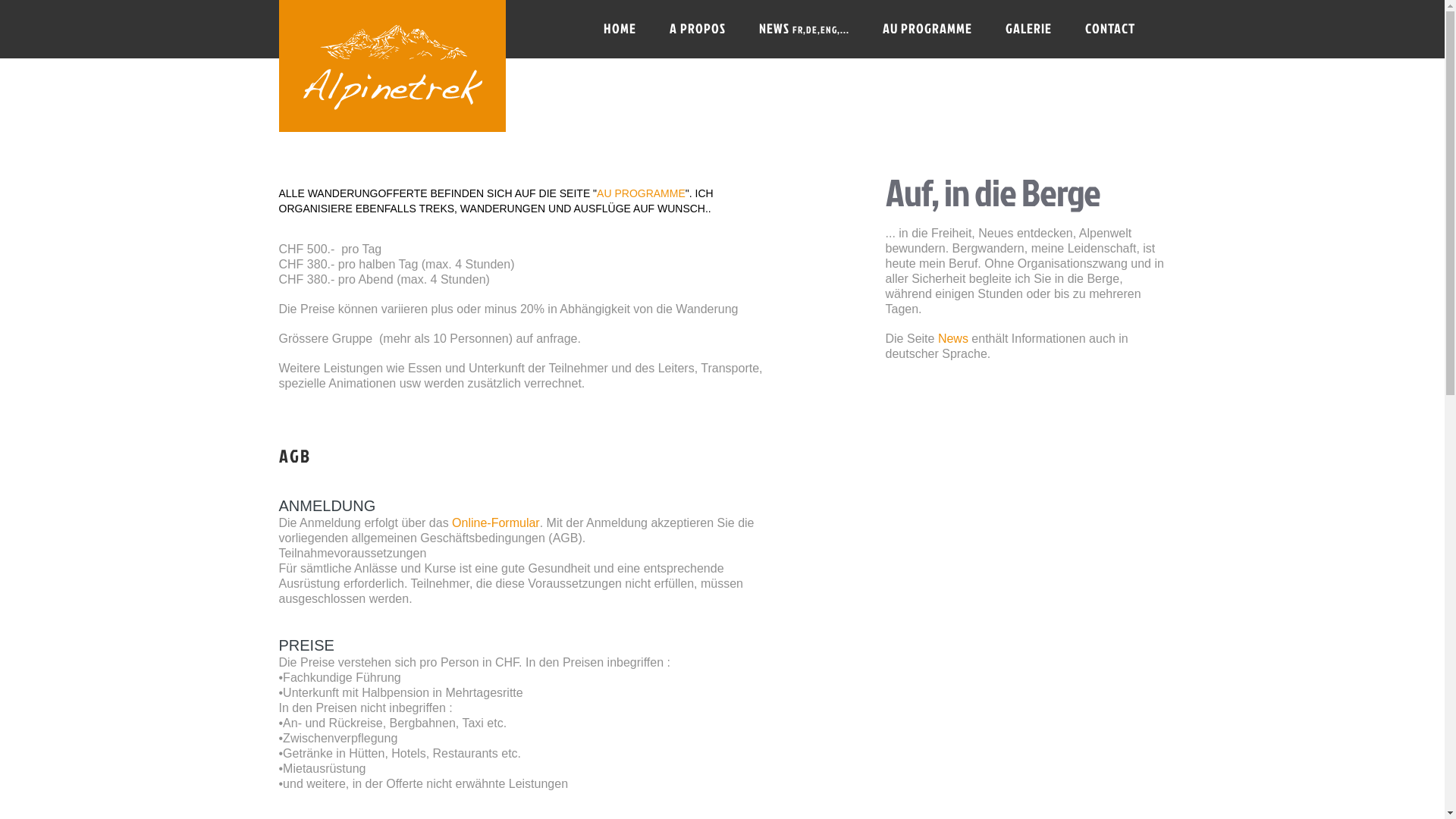  I want to click on 'AU PROGRAMME', so click(870, 29).